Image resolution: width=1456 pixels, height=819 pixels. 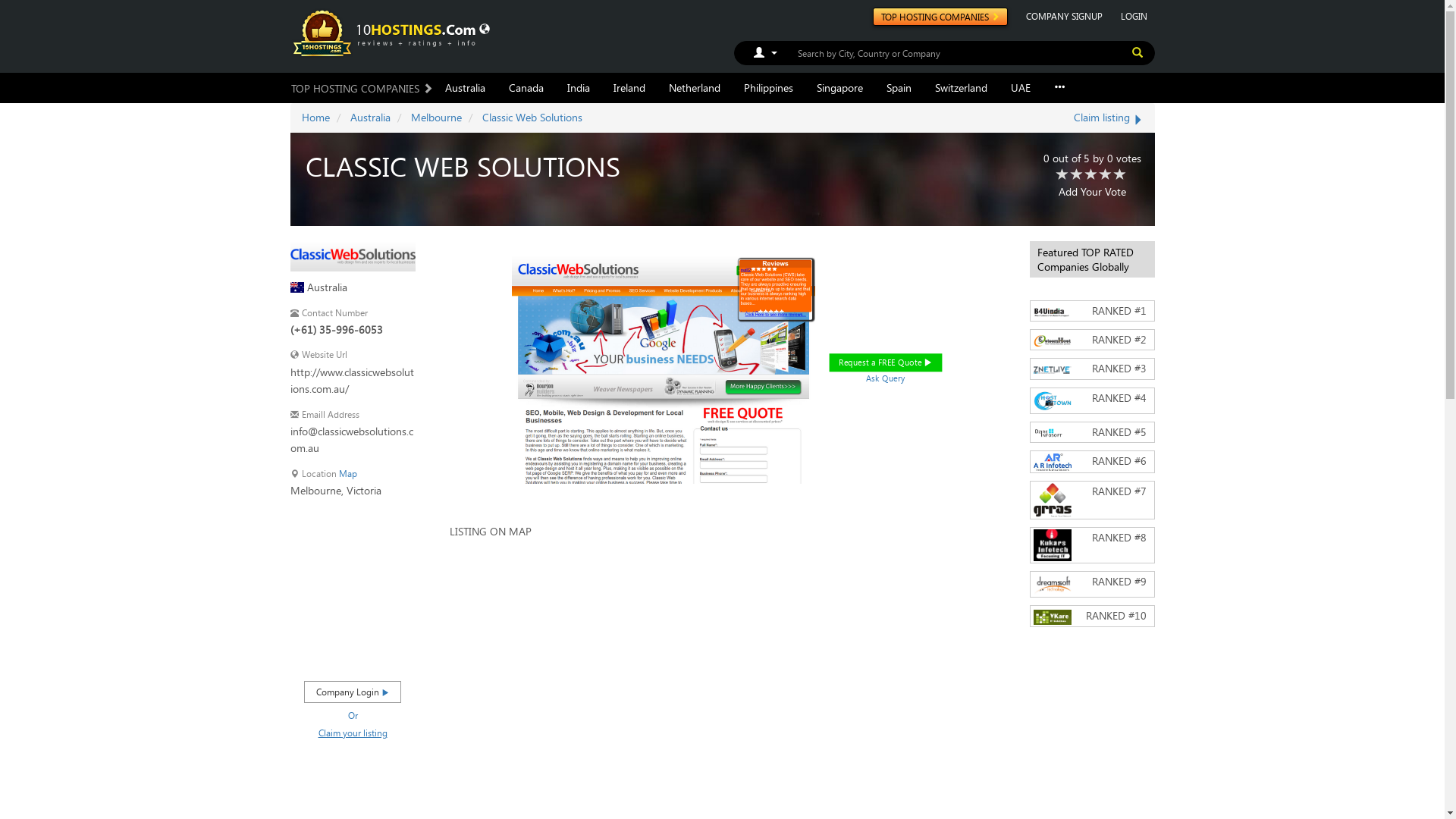 What do you see at coordinates (1092, 190) in the screenshot?
I see `'Add Your Vote'` at bounding box center [1092, 190].